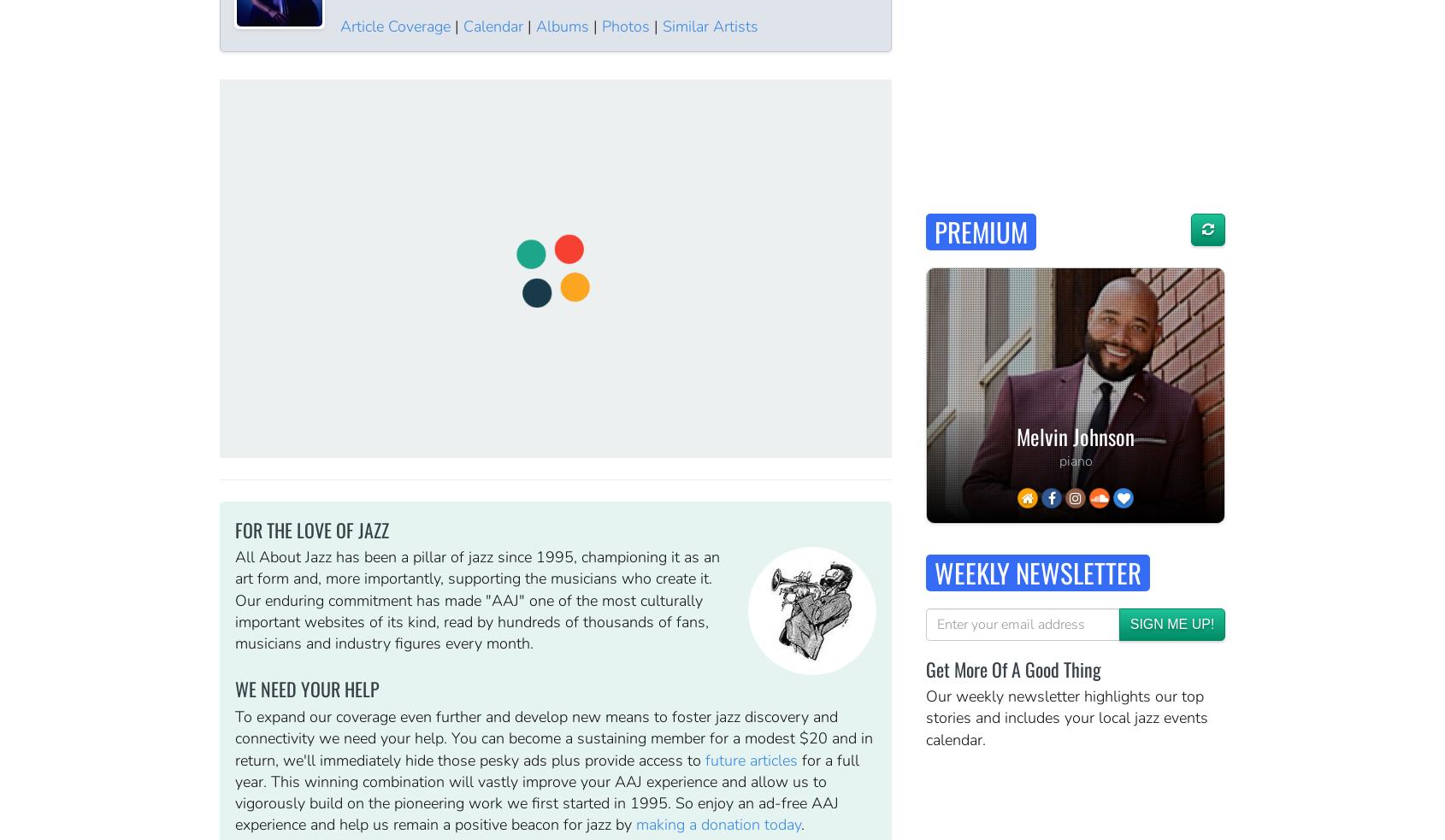  Describe the element at coordinates (801, 825) in the screenshot. I see `'.'` at that location.